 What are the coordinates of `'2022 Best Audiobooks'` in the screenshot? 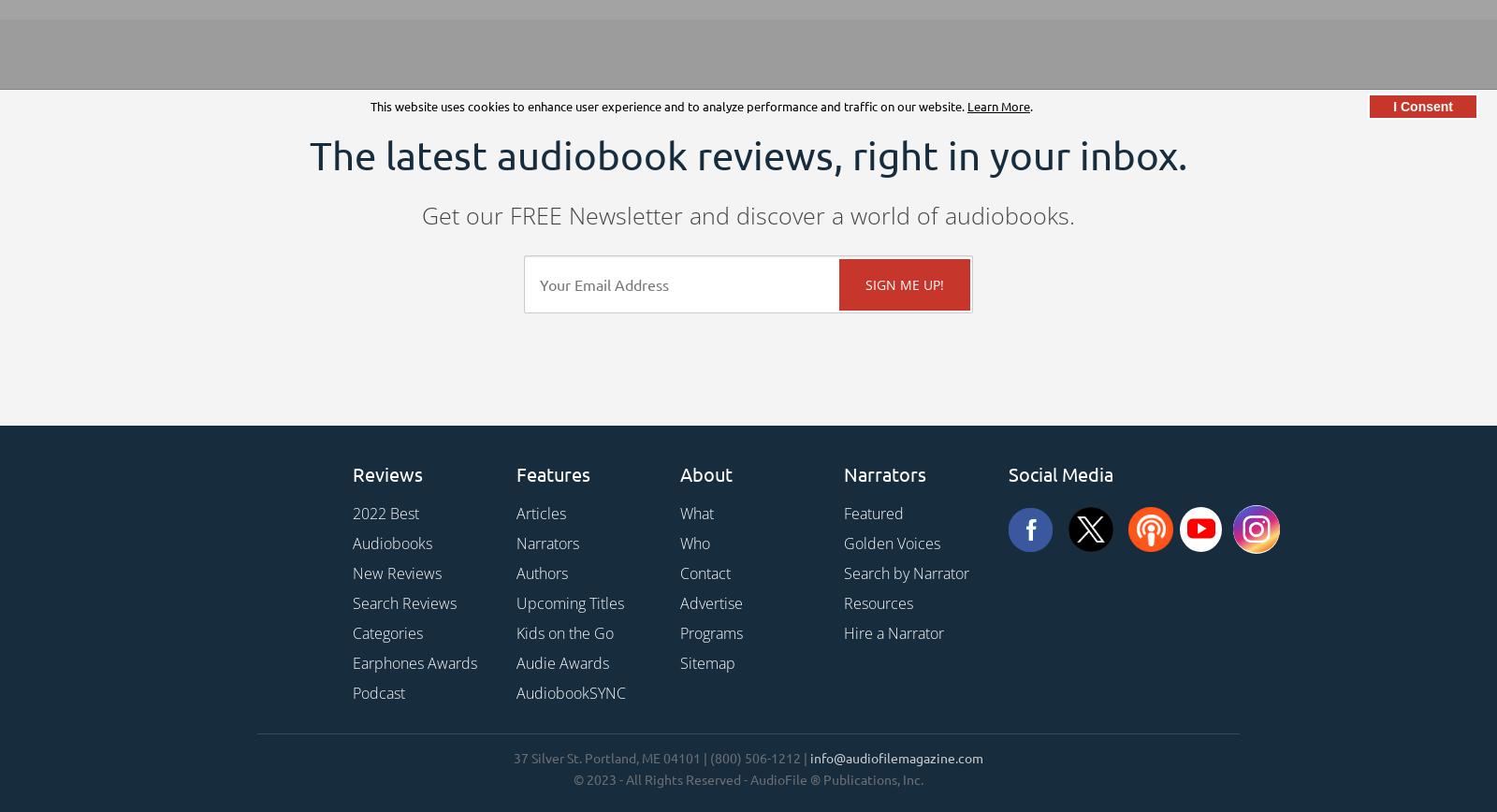 It's located at (391, 528).